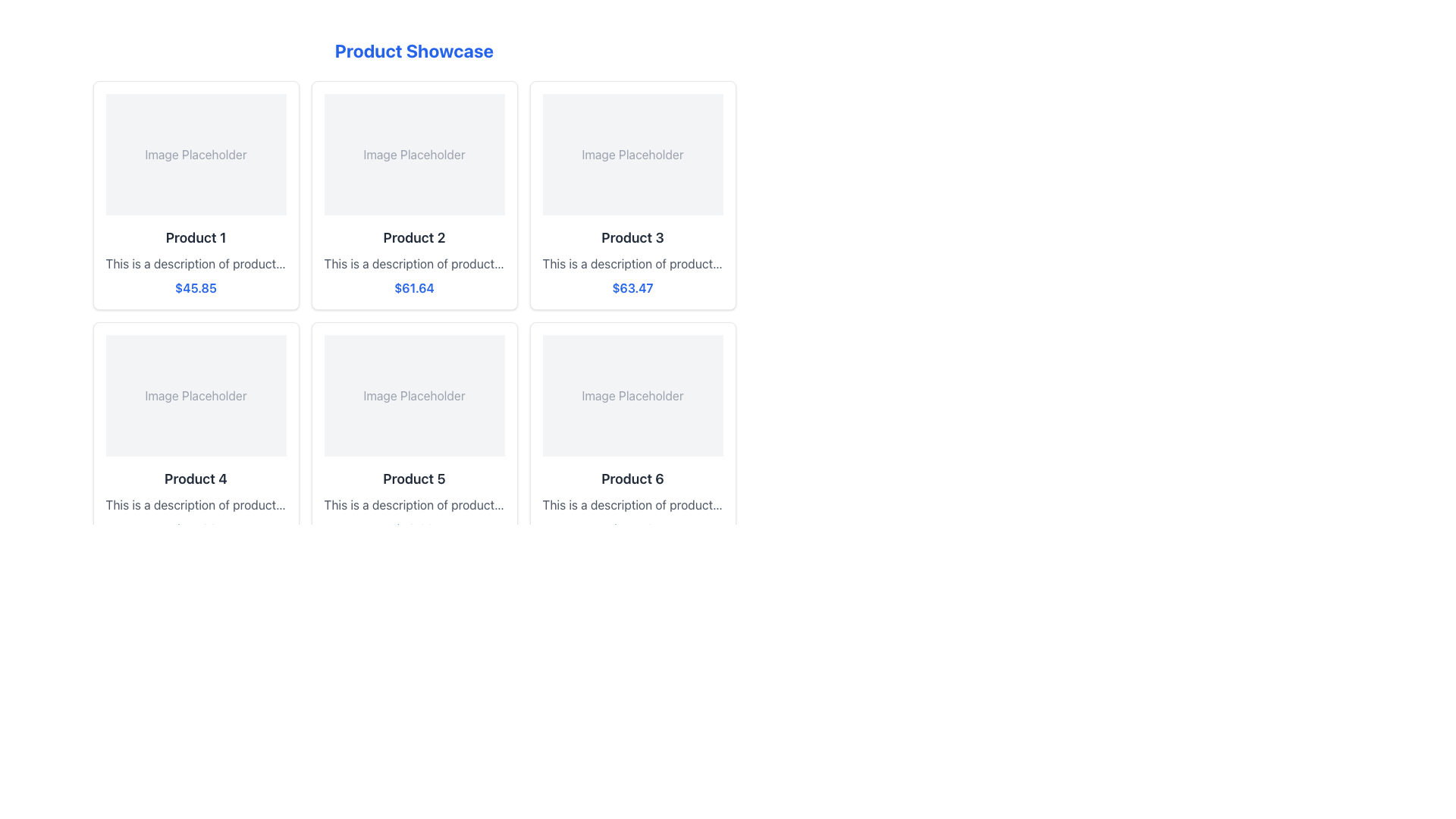 The image size is (1456, 819). I want to click on the text element that provides a summary for 'Product 4', located below the product name and above the product price in the visual card representation, so click(195, 505).